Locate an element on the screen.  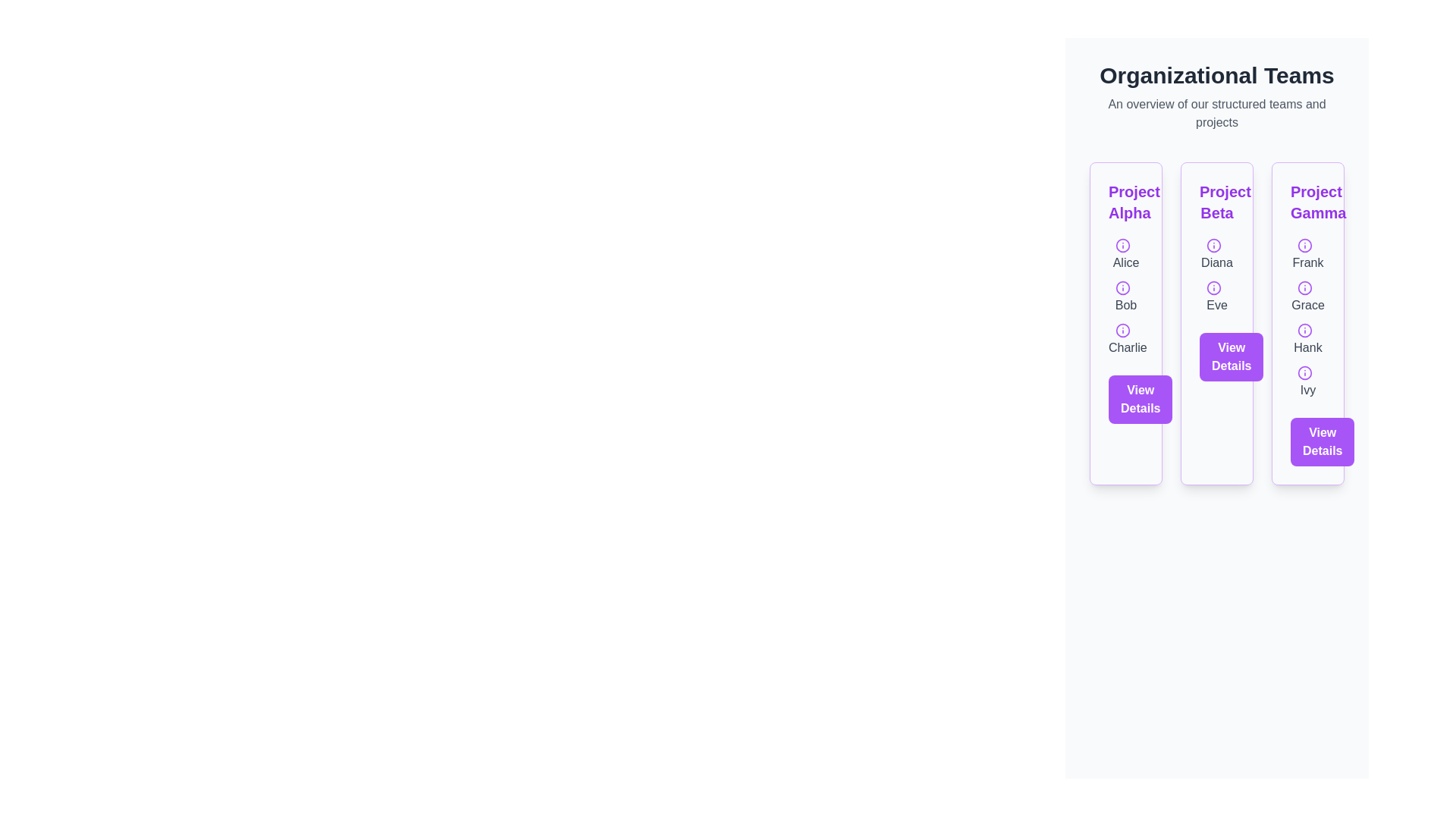
the 'View Details' button, which is a rectangular button with rounded corners and a vibrant purple background located at the bottom of the card labeled 'Project Alpha' is located at coordinates (1141, 399).